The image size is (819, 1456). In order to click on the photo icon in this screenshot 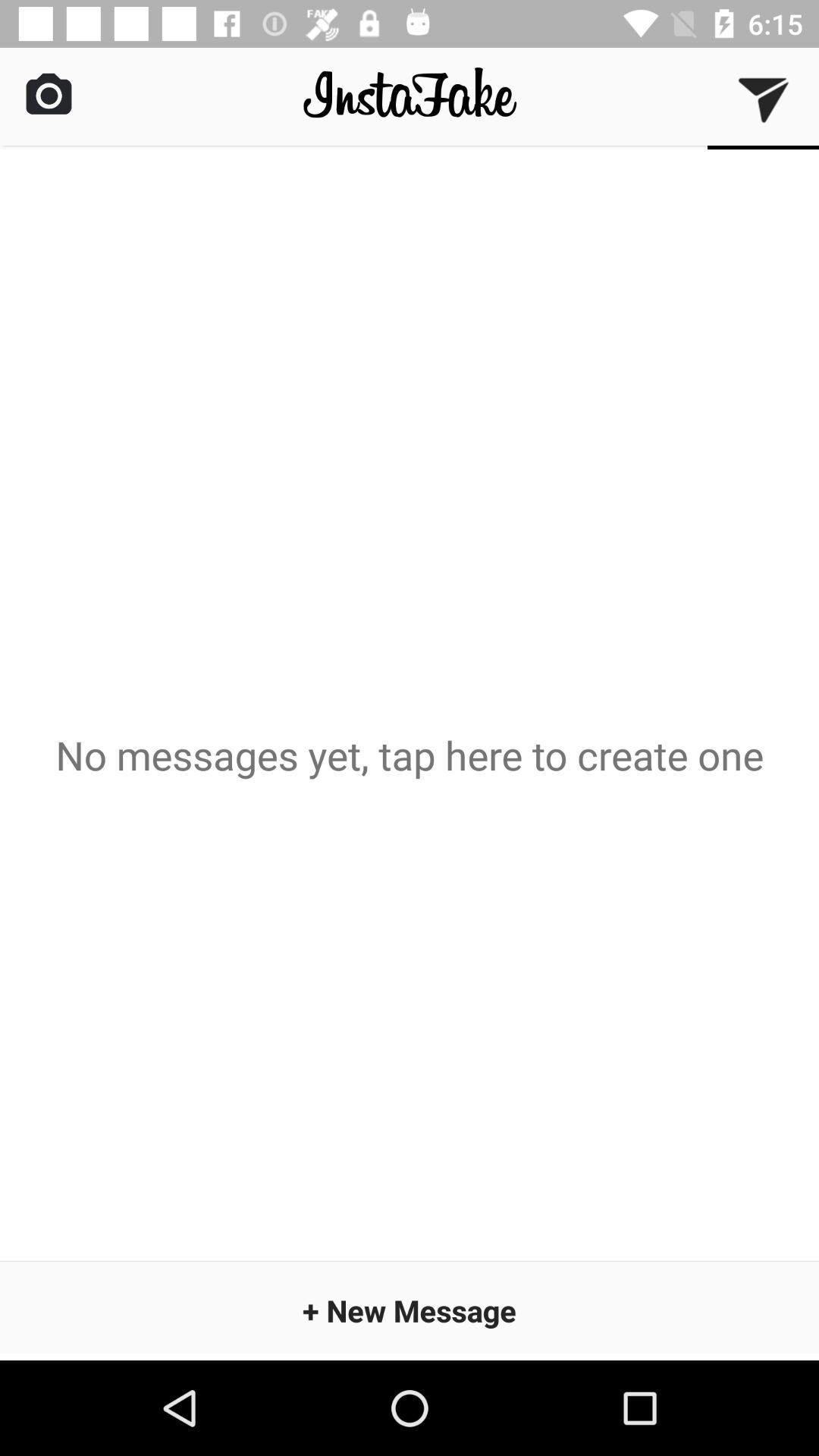, I will do `click(48, 93)`.